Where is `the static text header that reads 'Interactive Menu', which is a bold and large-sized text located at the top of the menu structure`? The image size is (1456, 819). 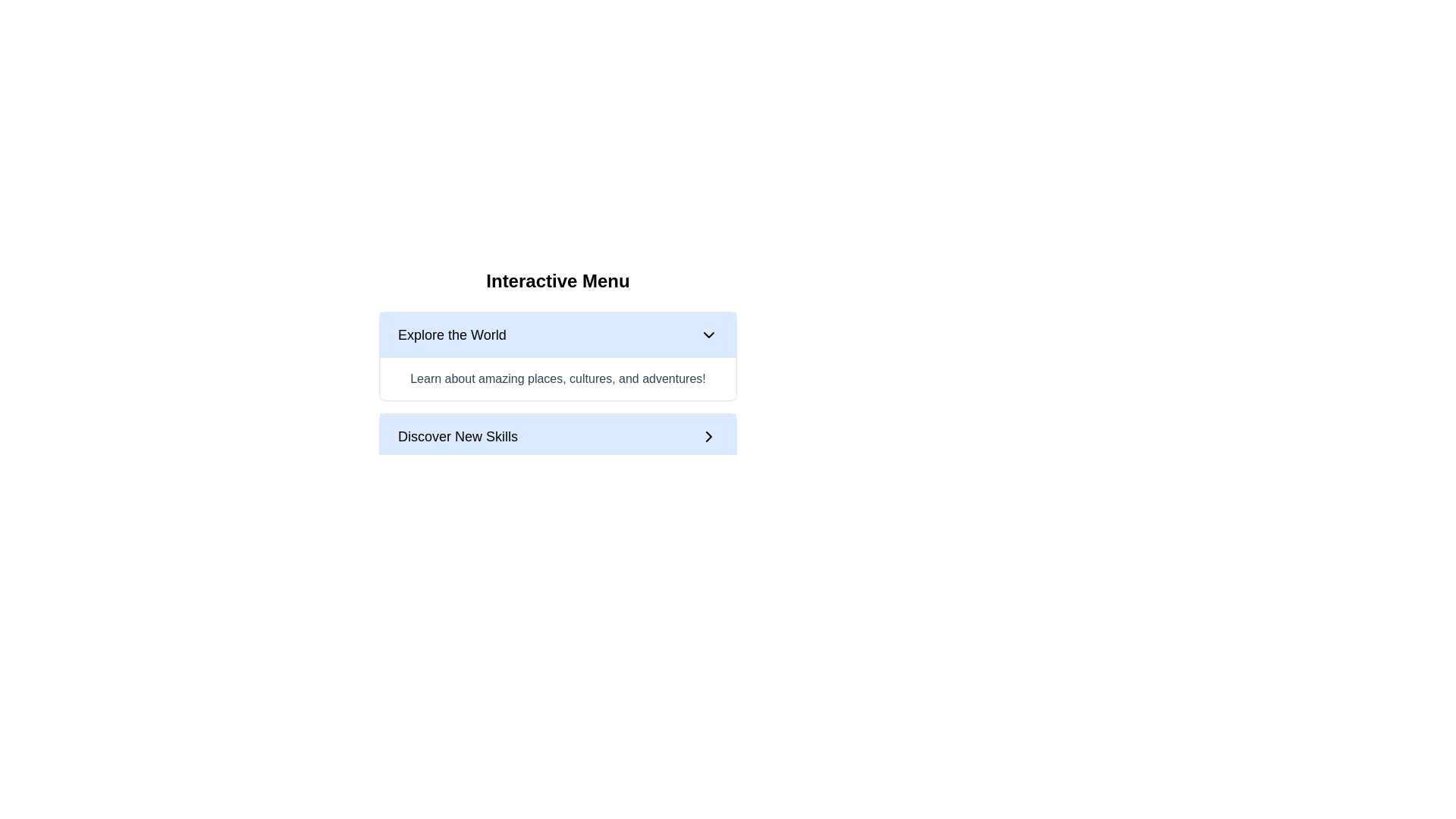
the static text header that reads 'Interactive Menu', which is a bold and large-sized text located at the top of the menu structure is located at coordinates (557, 281).